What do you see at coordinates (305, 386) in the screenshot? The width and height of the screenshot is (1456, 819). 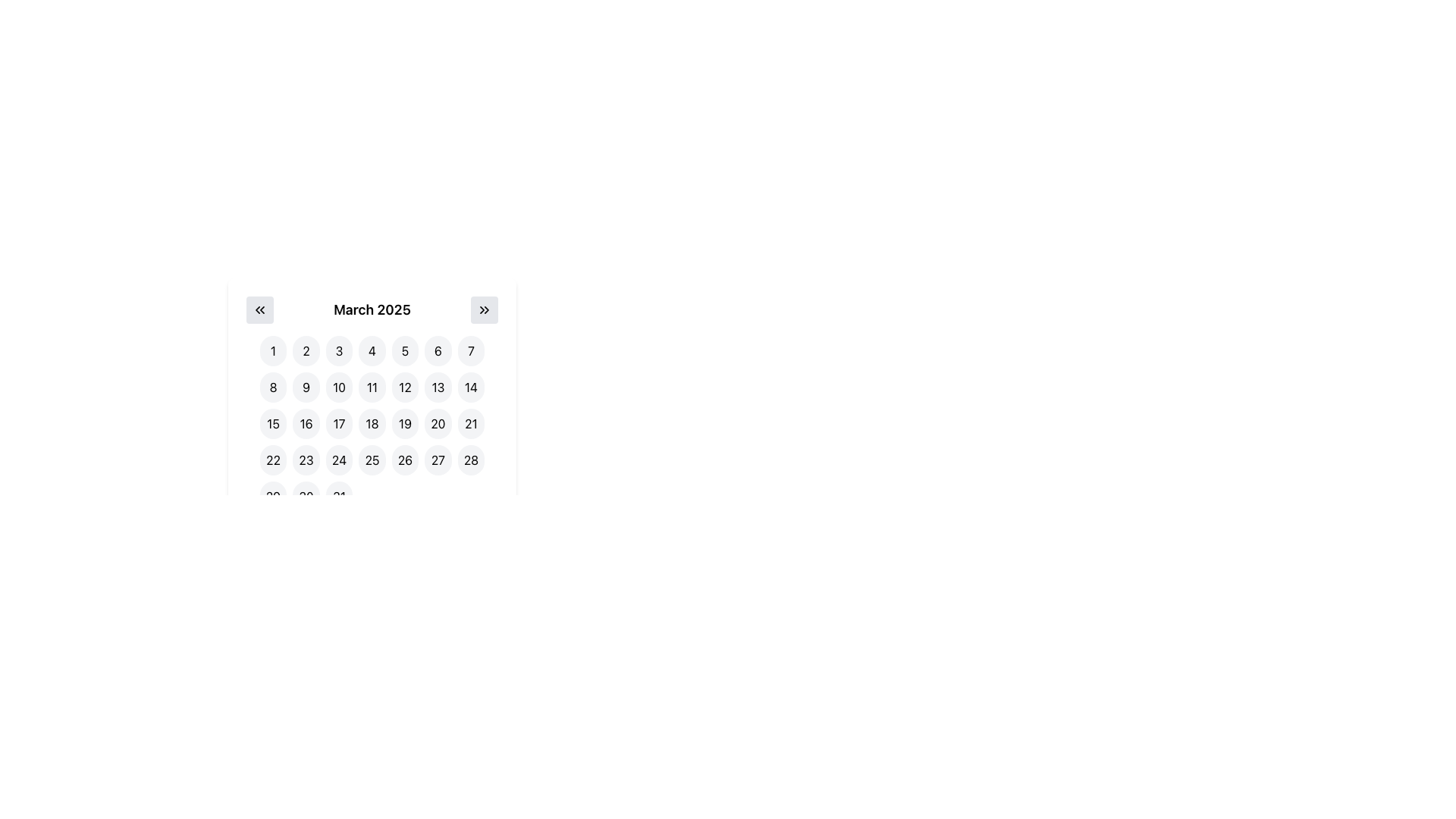 I see `the selectable date button representing the ninth day of the month in the date picker interface` at bounding box center [305, 386].